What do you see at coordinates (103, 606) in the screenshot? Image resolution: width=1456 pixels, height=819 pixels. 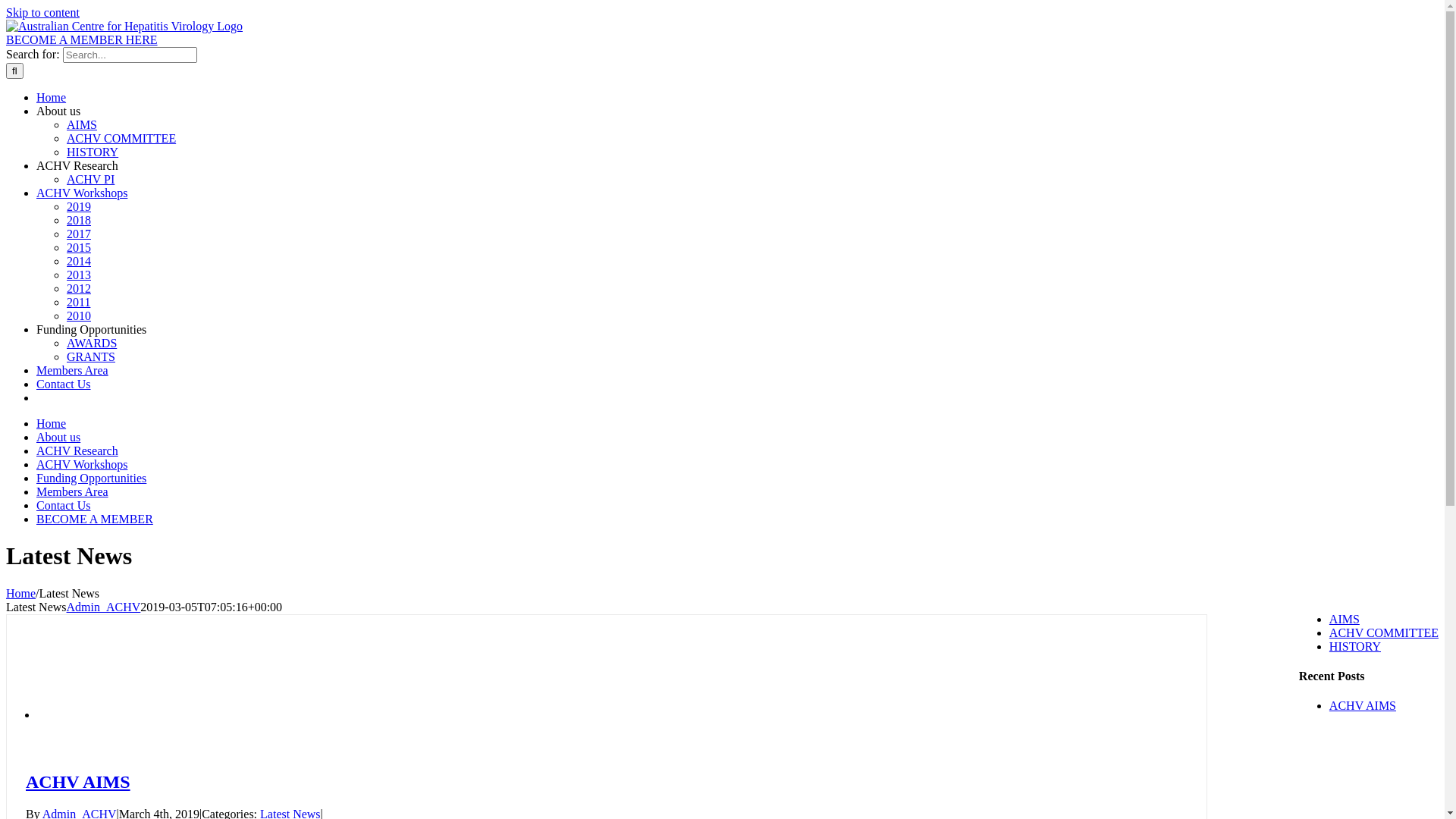 I see `'Admin_ACHV'` at bounding box center [103, 606].